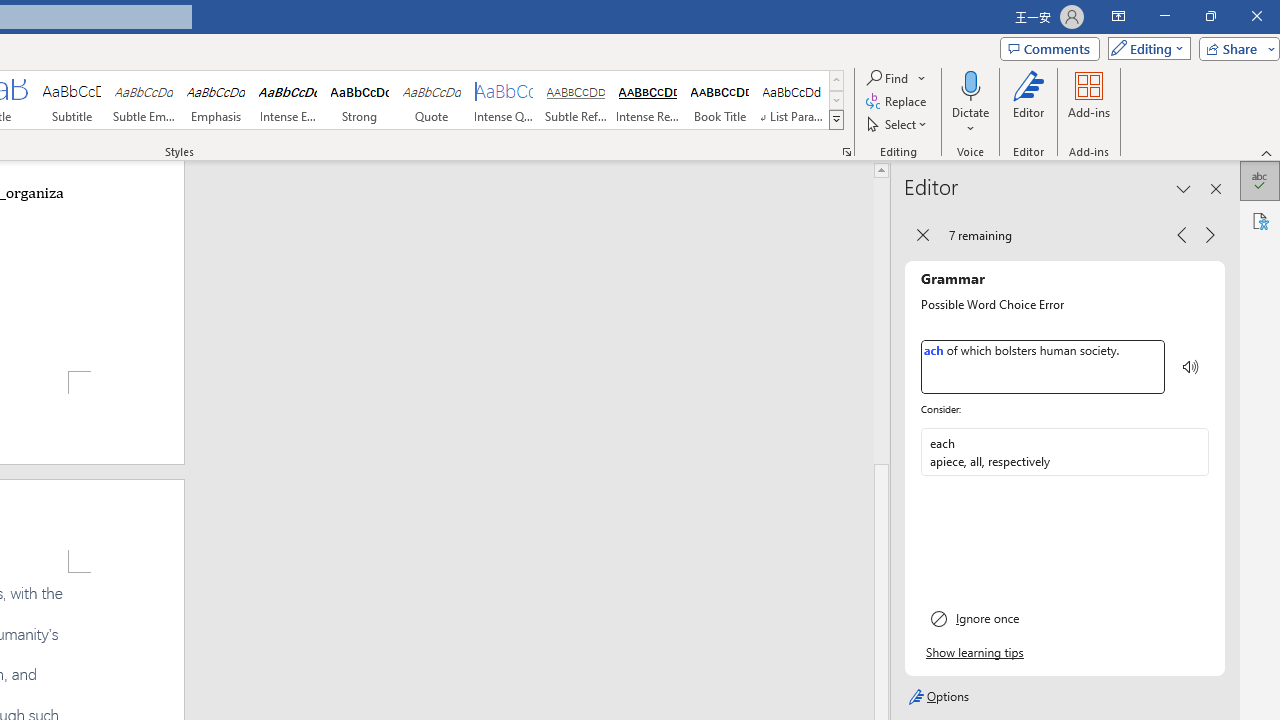 The width and height of the screenshot is (1280, 720). What do you see at coordinates (143, 100) in the screenshot?
I see `'Subtle Emphasis'` at bounding box center [143, 100].